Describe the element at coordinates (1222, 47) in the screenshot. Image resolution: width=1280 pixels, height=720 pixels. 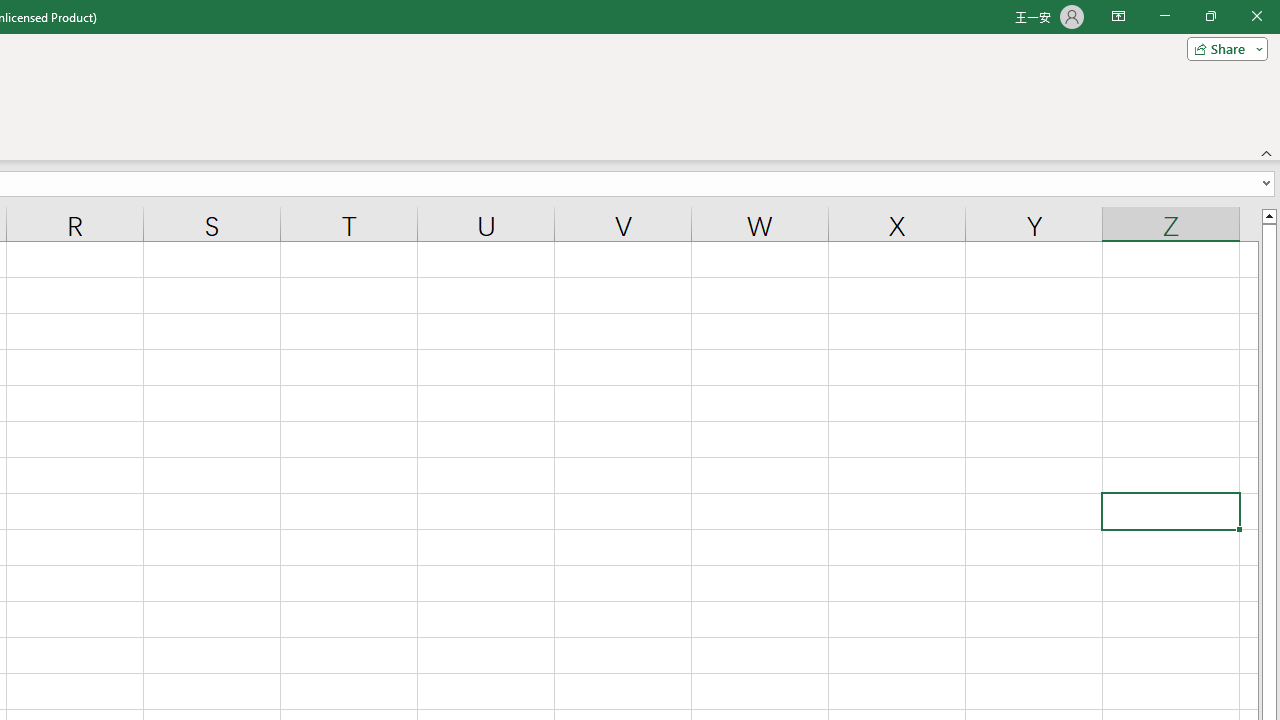
I see `'Share'` at that location.